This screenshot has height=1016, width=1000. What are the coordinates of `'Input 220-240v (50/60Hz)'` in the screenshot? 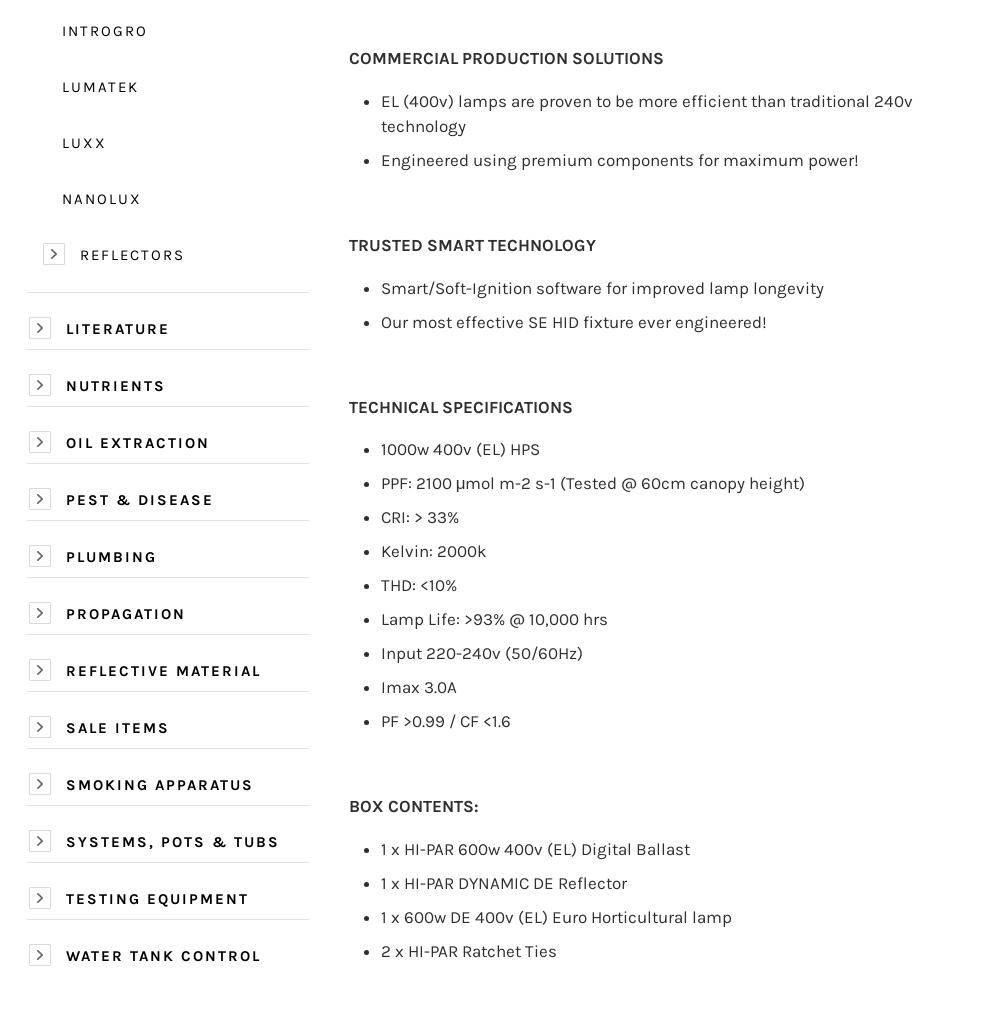 It's located at (480, 651).